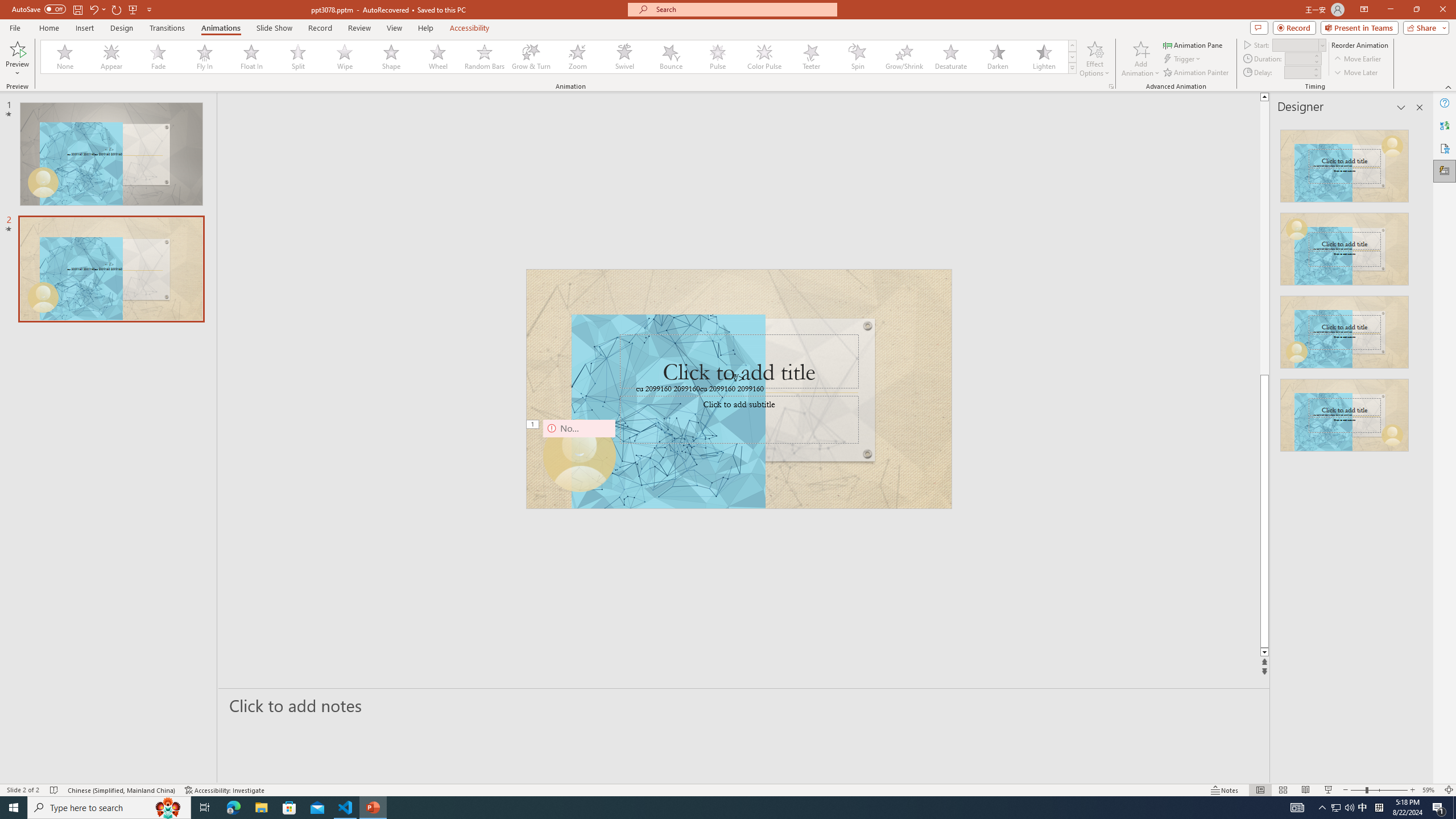 The width and height of the screenshot is (1456, 819). Describe the element at coordinates (1357, 59) in the screenshot. I see `'Move Earlier'` at that location.